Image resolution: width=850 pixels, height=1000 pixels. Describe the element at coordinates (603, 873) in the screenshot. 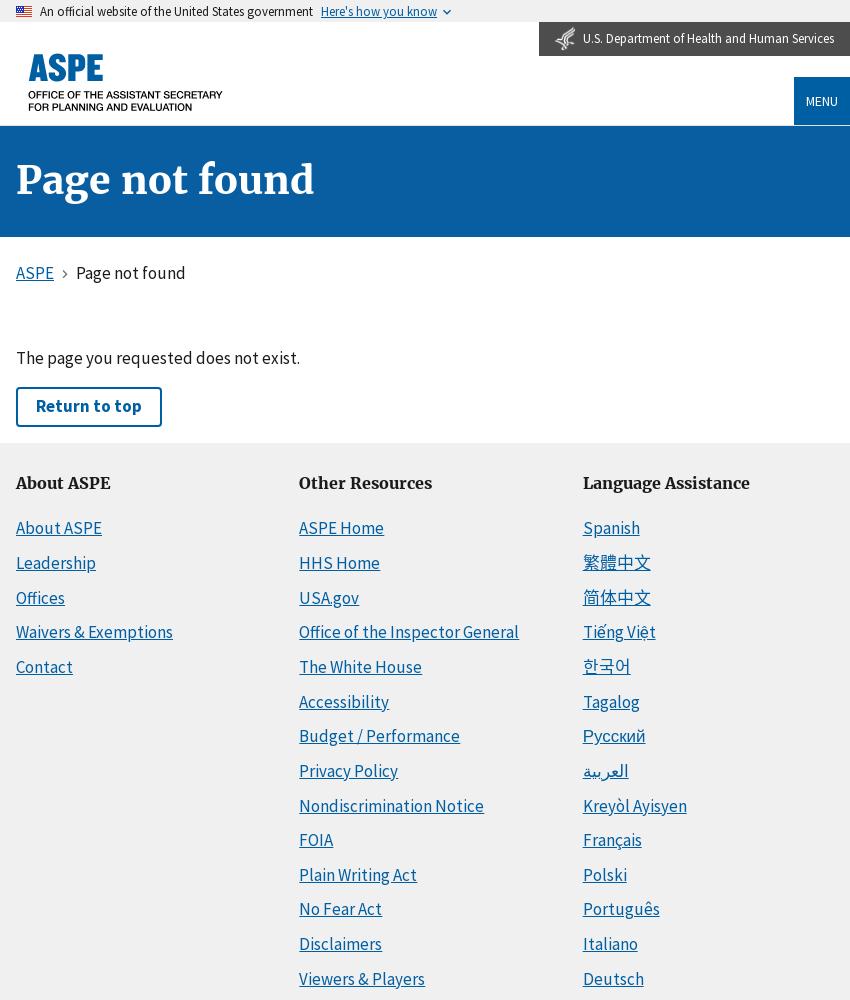

I see `'Polski'` at that location.